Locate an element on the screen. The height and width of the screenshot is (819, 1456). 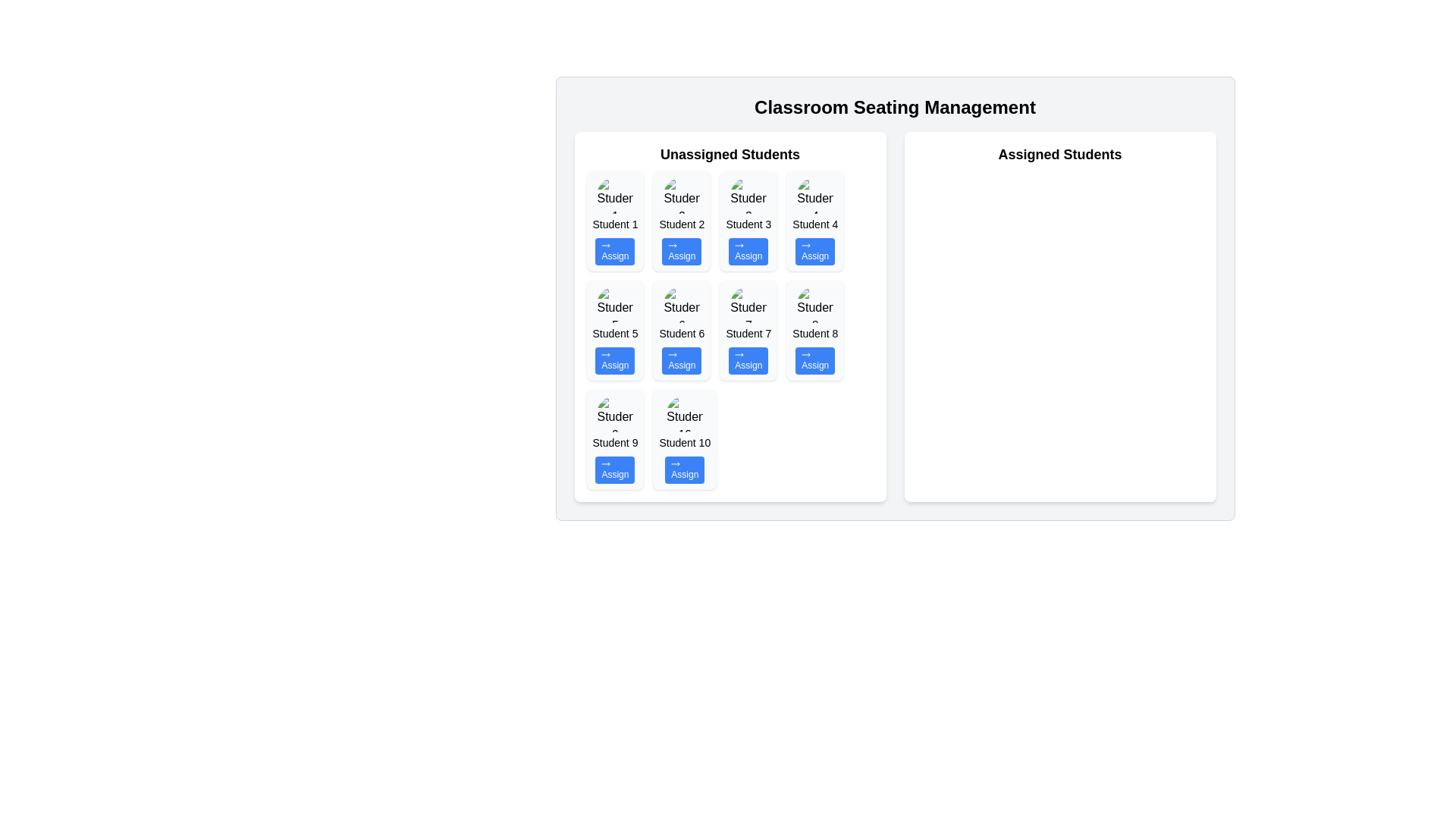
the circular avatar image displaying 'Stu 5' at the top of the card titled 'Student 5' in the second row, first column of the grid under 'Unassigned Students' to focus on it is located at coordinates (615, 304).